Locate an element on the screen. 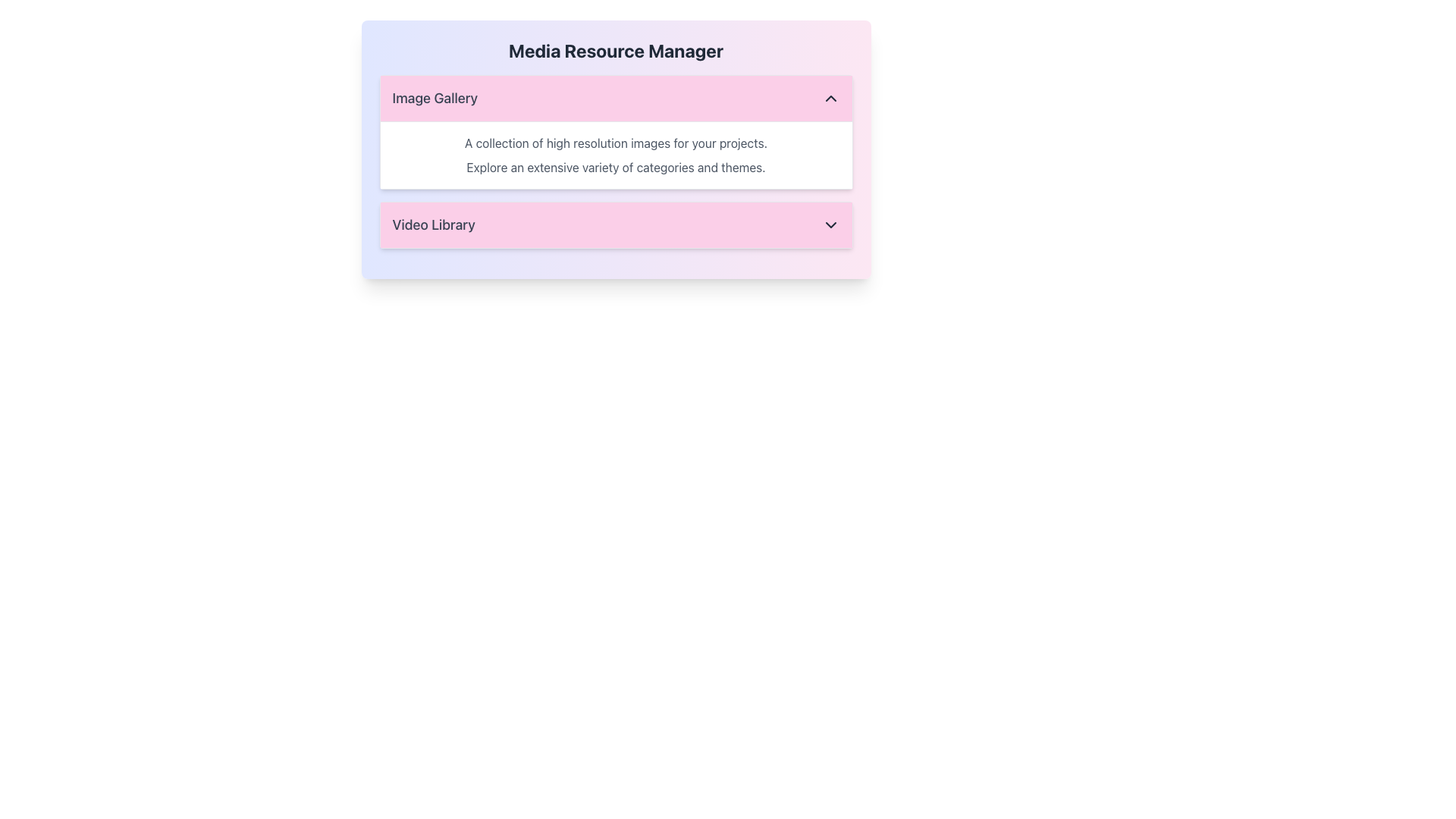  text from the 'Video Library' label, which is displayed in gray font on a light pink background, located towards the middle section of the interface is located at coordinates (433, 225).